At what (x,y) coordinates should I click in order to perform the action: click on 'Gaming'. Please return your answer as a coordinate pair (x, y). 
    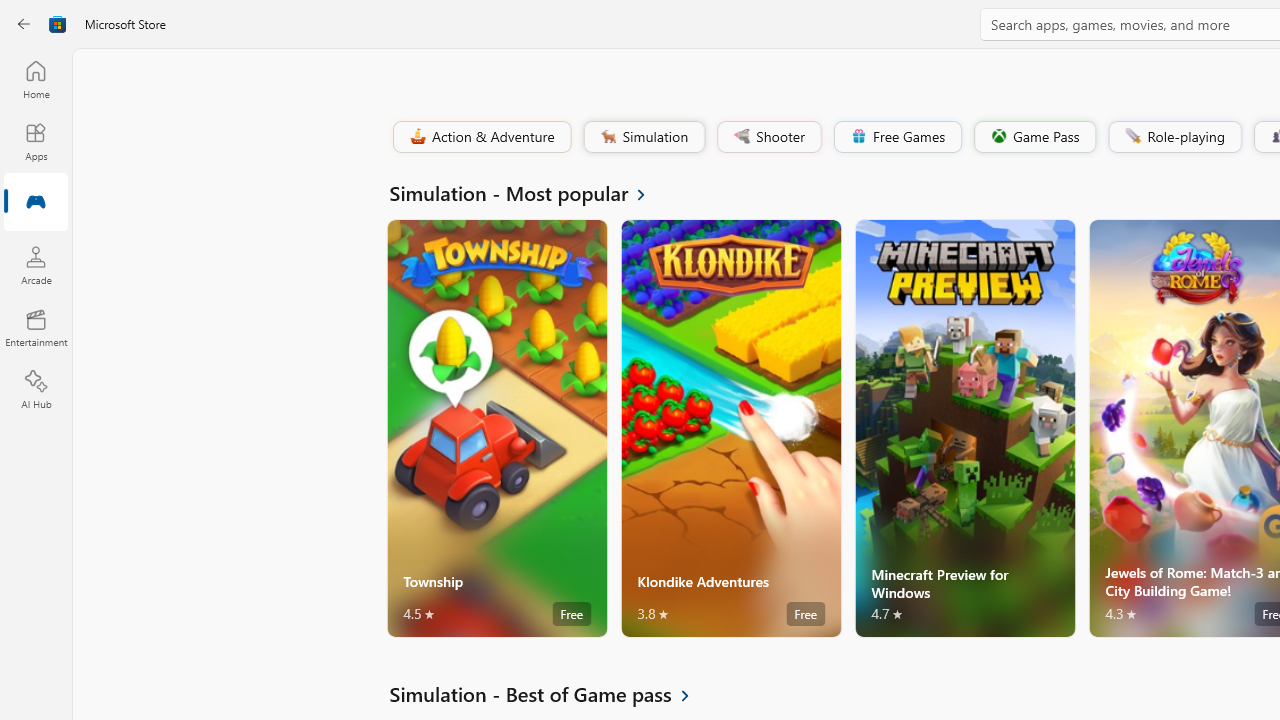
    Looking at the image, I should click on (35, 203).